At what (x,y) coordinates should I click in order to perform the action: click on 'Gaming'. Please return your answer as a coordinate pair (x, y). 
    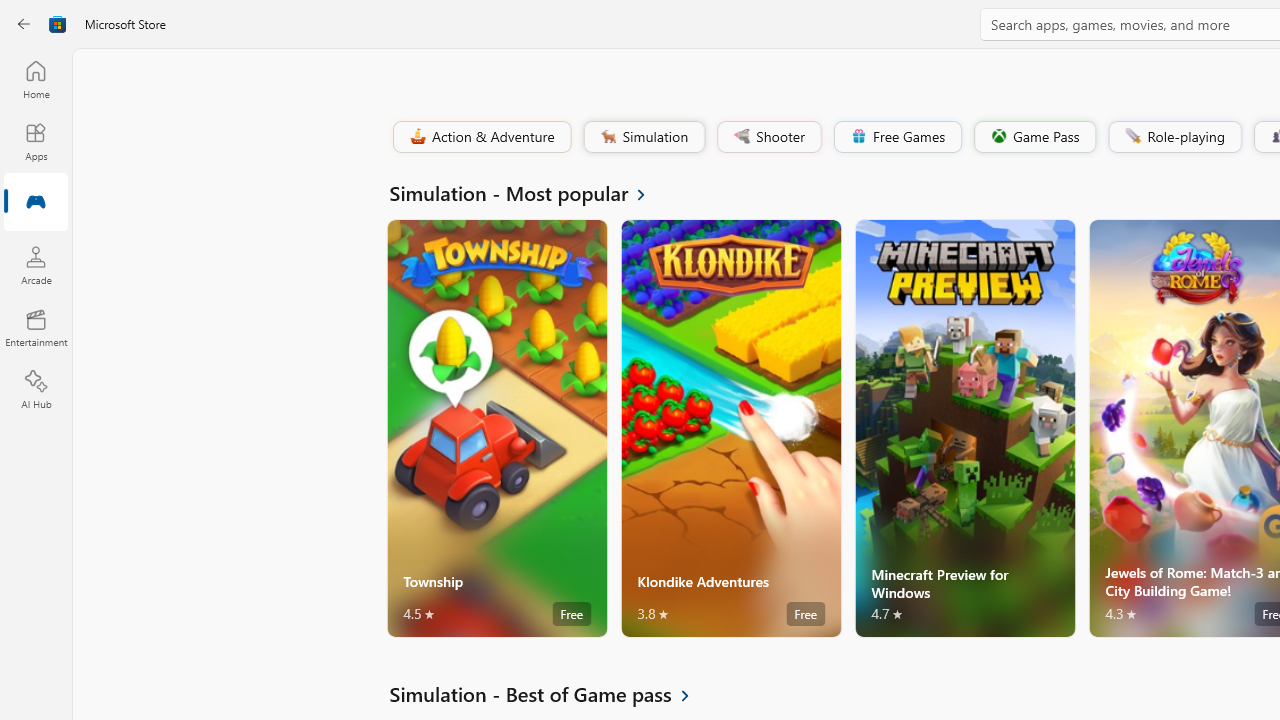
    Looking at the image, I should click on (35, 203).